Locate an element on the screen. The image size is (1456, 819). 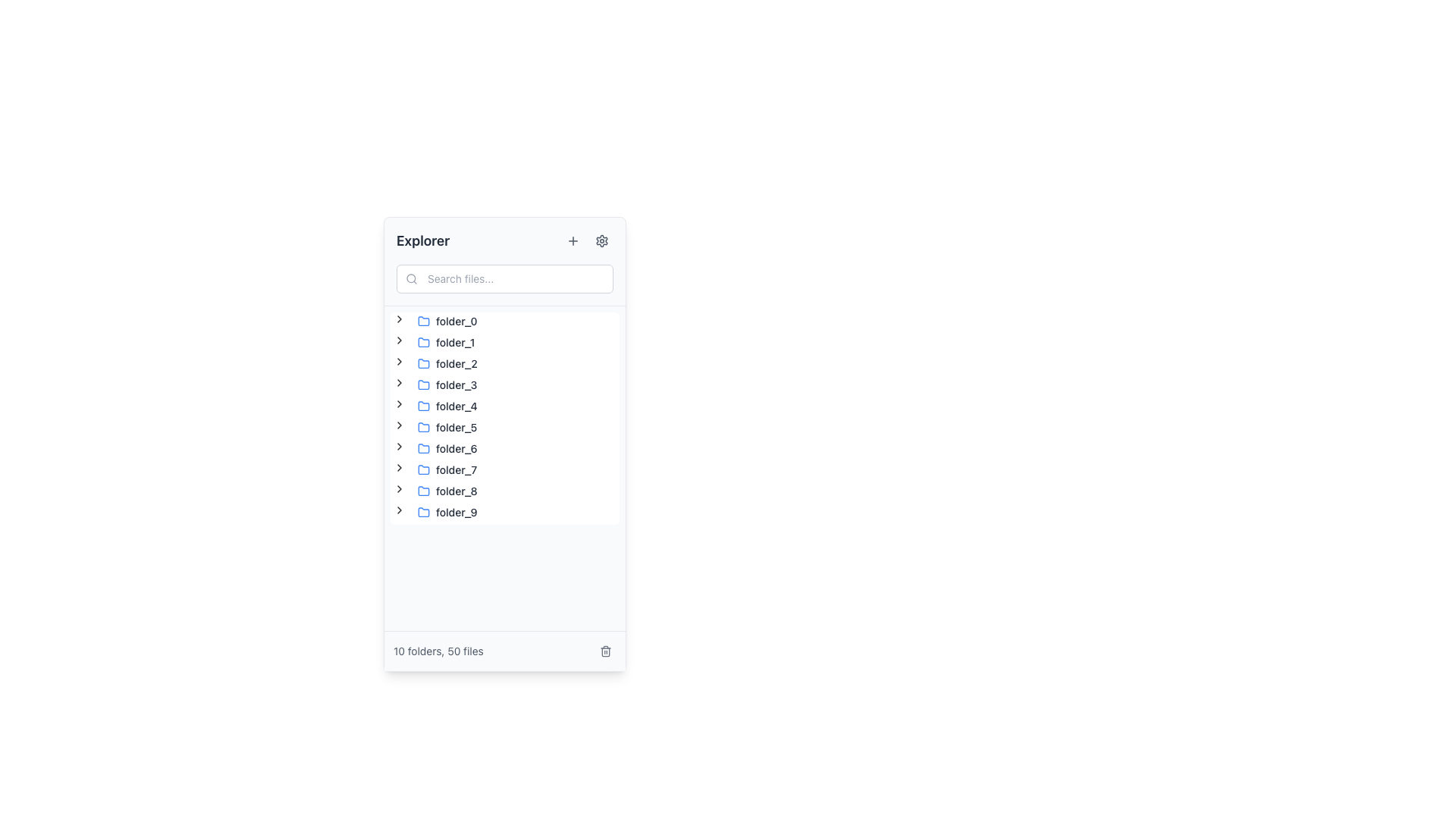
the folder labeled 'folder_9' which is the last item is located at coordinates (436, 512).